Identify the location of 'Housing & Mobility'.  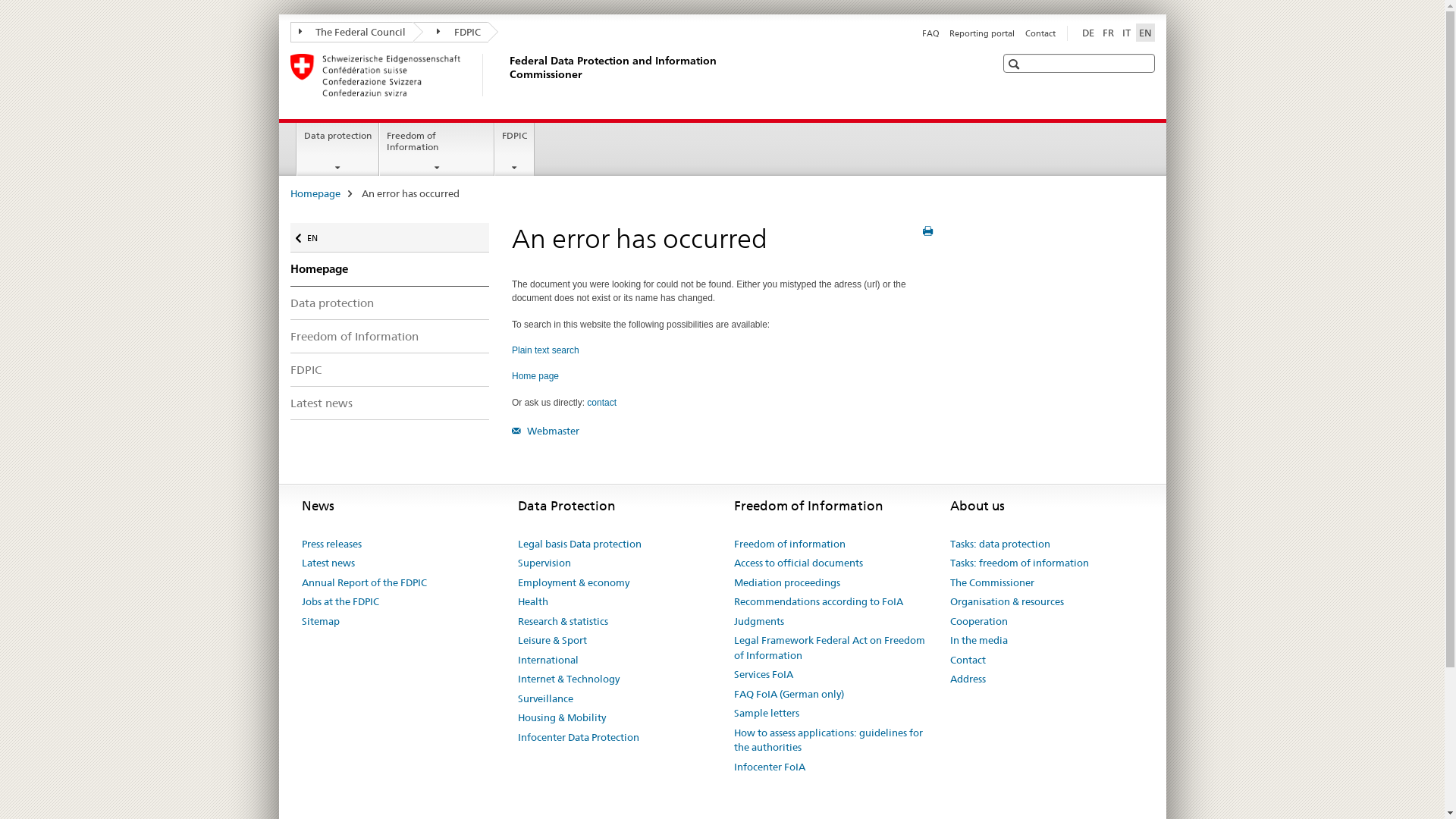
(560, 717).